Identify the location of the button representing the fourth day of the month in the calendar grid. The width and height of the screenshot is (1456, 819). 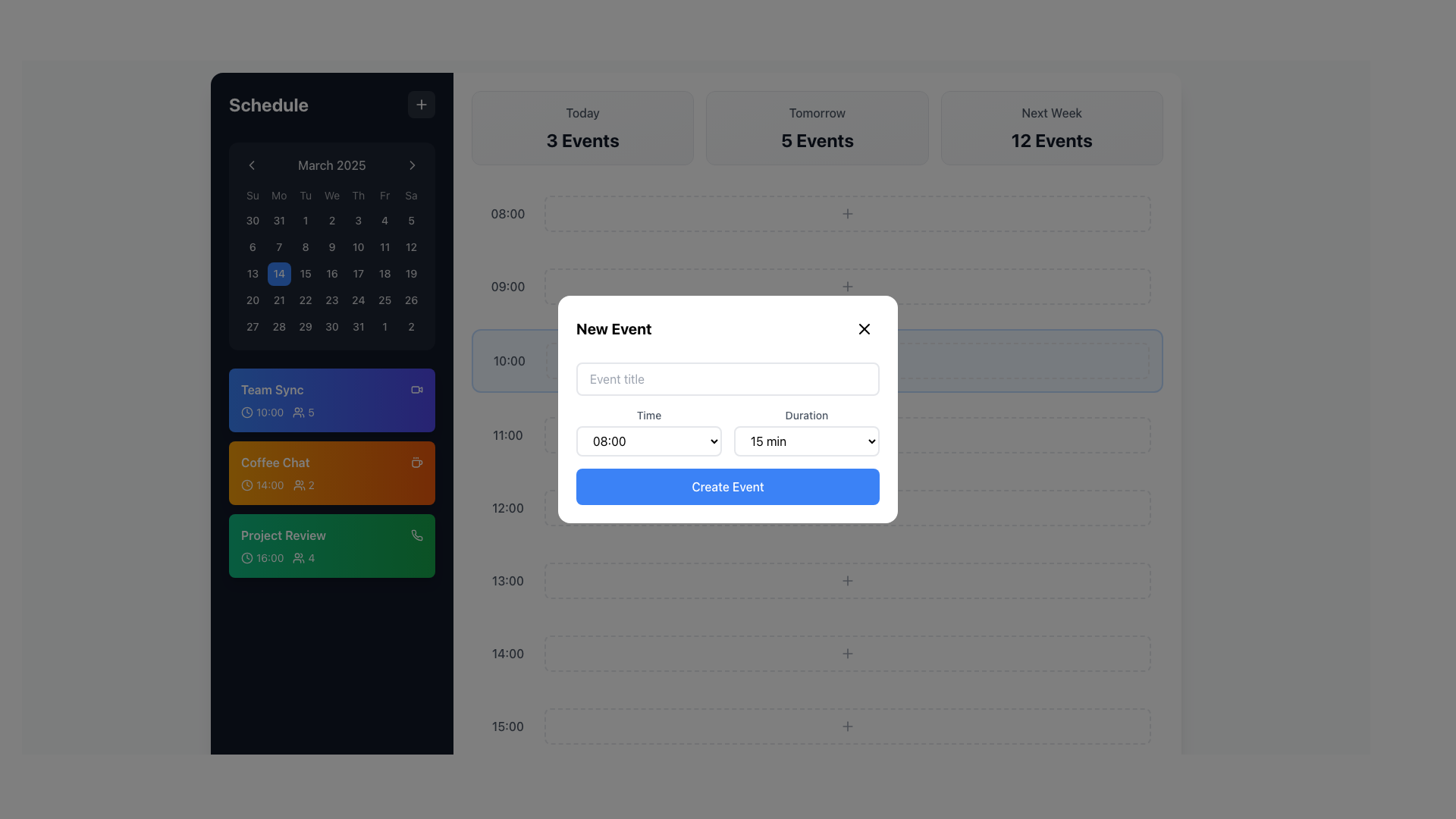
(384, 221).